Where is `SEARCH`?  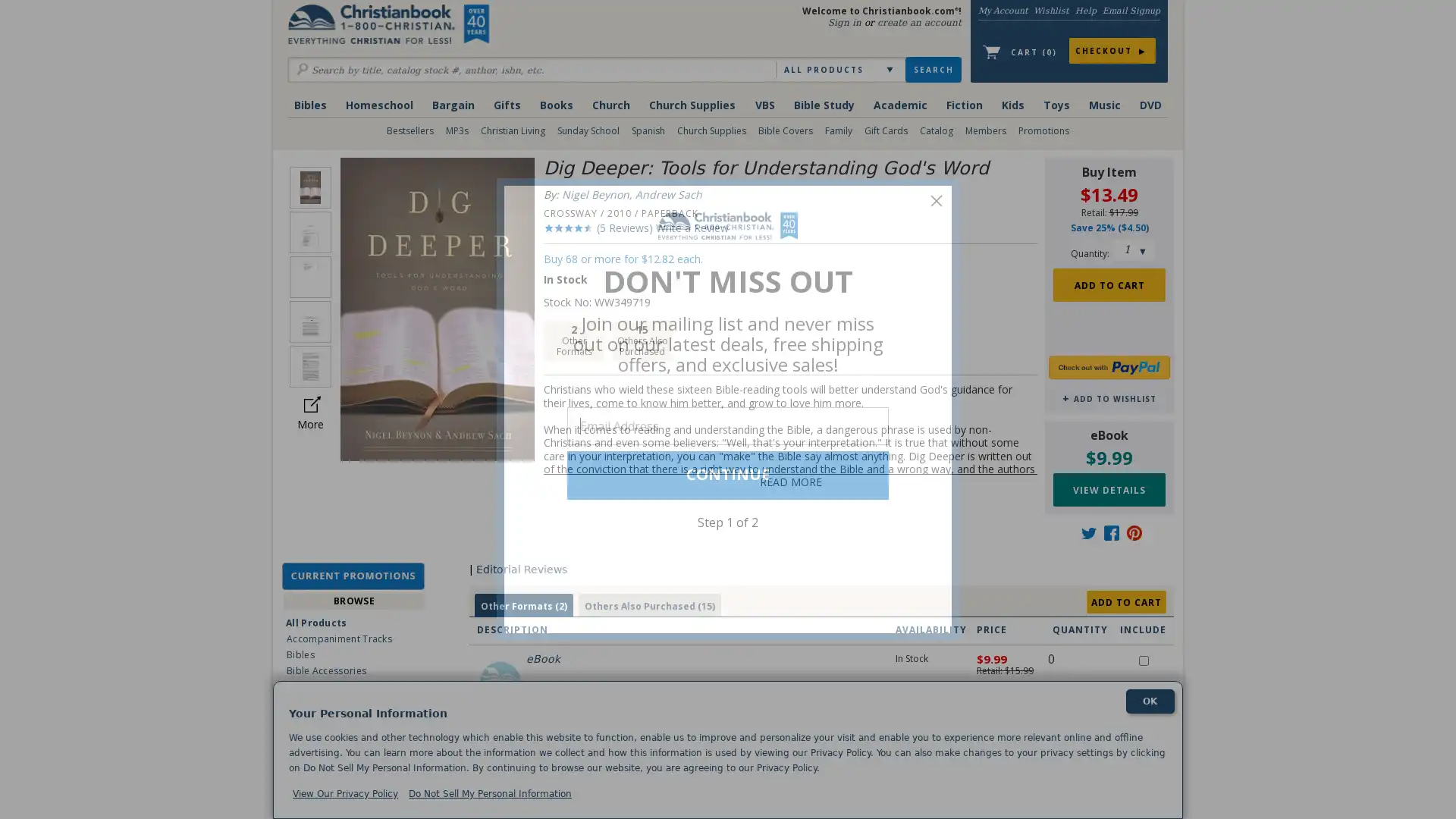
SEARCH is located at coordinates (932, 70).